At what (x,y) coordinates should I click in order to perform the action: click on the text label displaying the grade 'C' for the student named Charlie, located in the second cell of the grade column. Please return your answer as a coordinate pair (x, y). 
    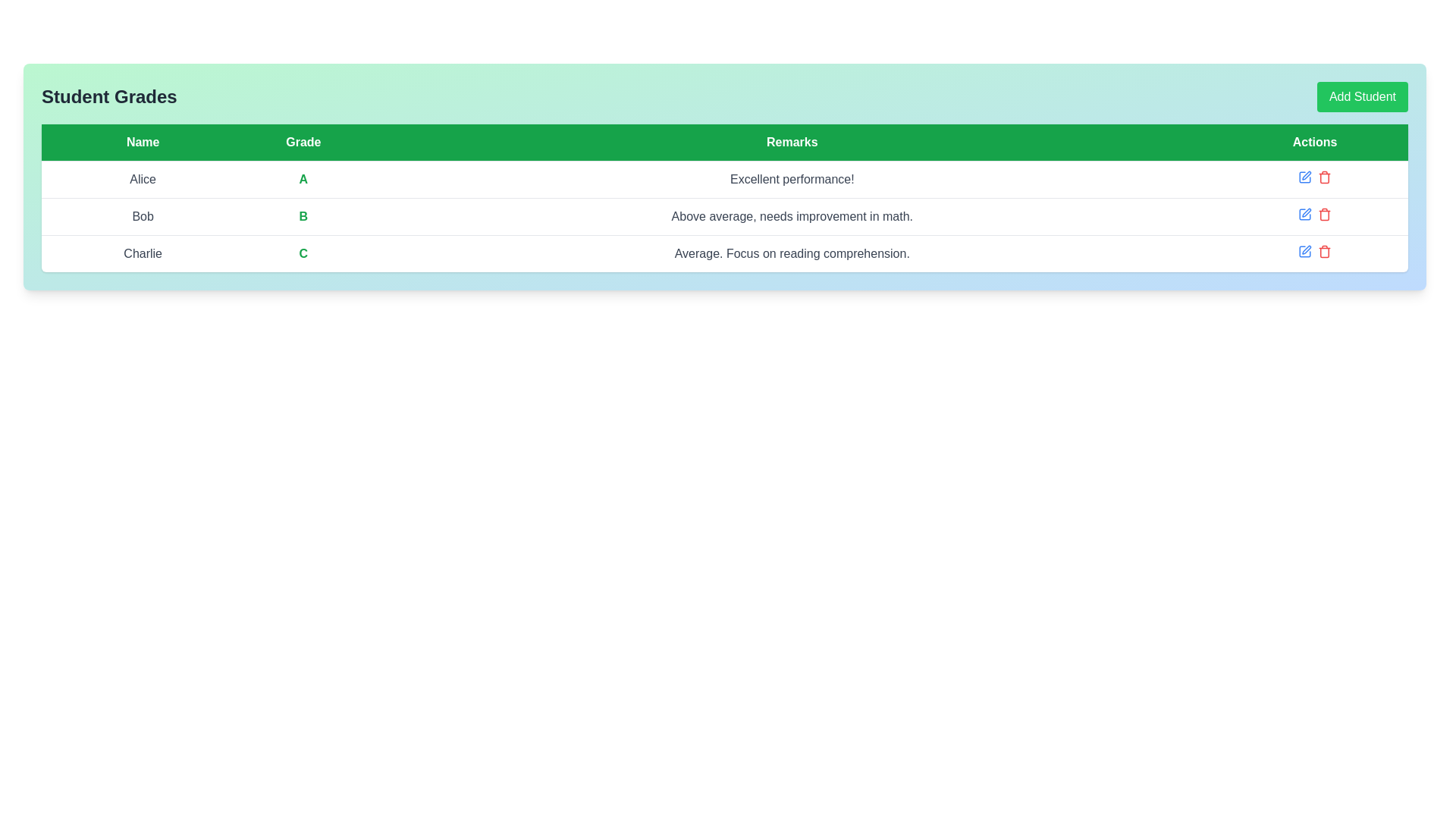
    Looking at the image, I should click on (303, 253).